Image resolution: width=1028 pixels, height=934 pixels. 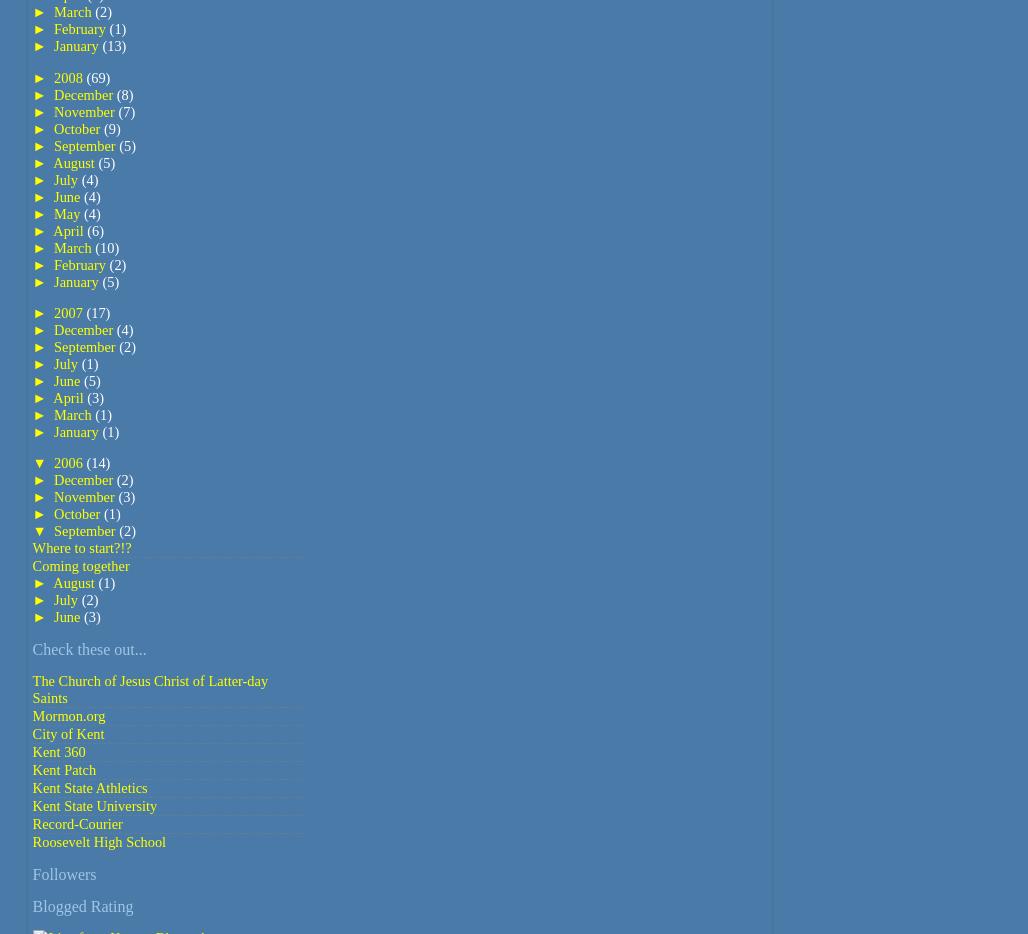 What do you see at coordinates (75, 823) in the screenshot?
I see `'Record-Courier'` at bounding box center [75, 823].